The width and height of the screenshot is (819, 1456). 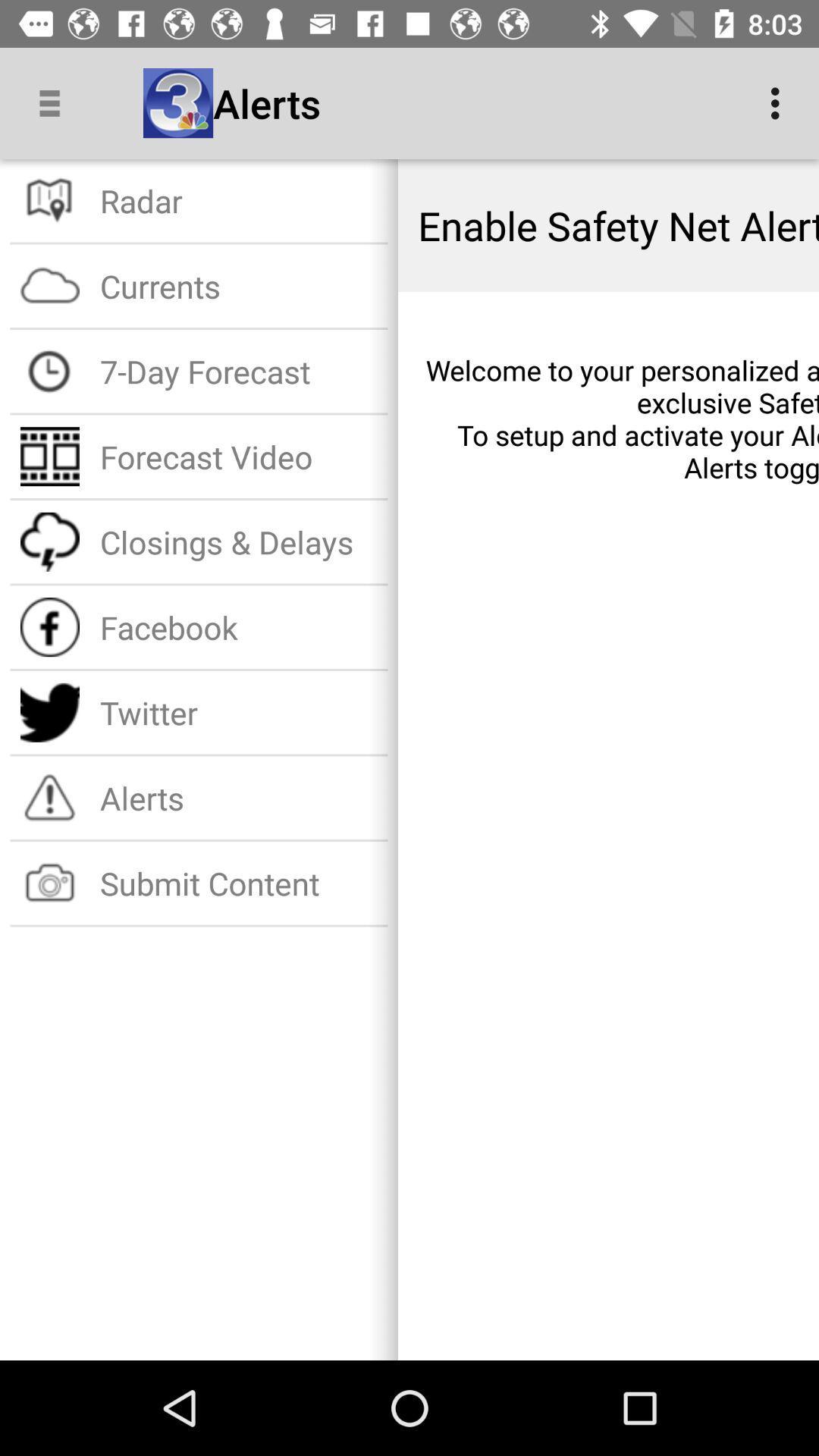 What do you see at coordinates (239, 199) in the screenshot?
I see `icon next to enable safety net` at bounding box center [239, 199].